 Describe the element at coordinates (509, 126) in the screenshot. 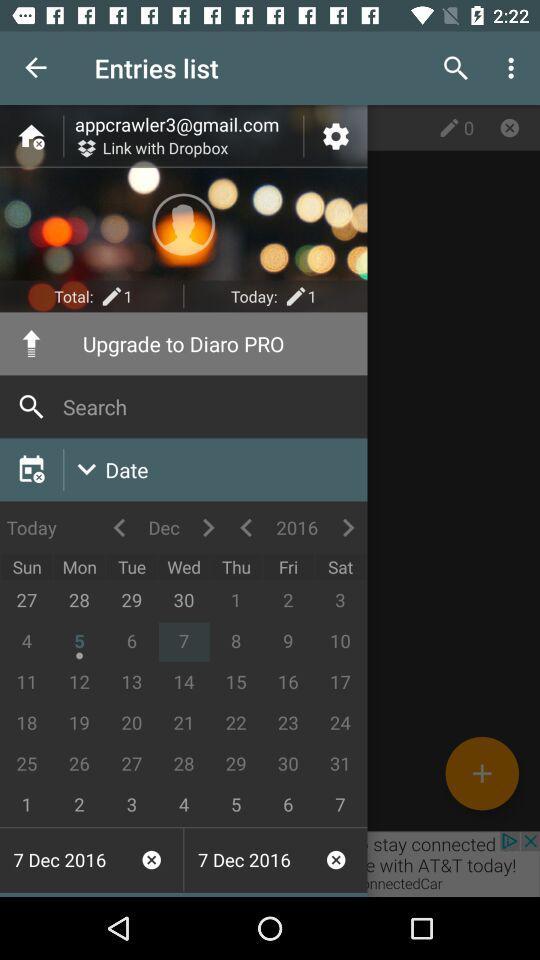

I see `the close icon` at that location.